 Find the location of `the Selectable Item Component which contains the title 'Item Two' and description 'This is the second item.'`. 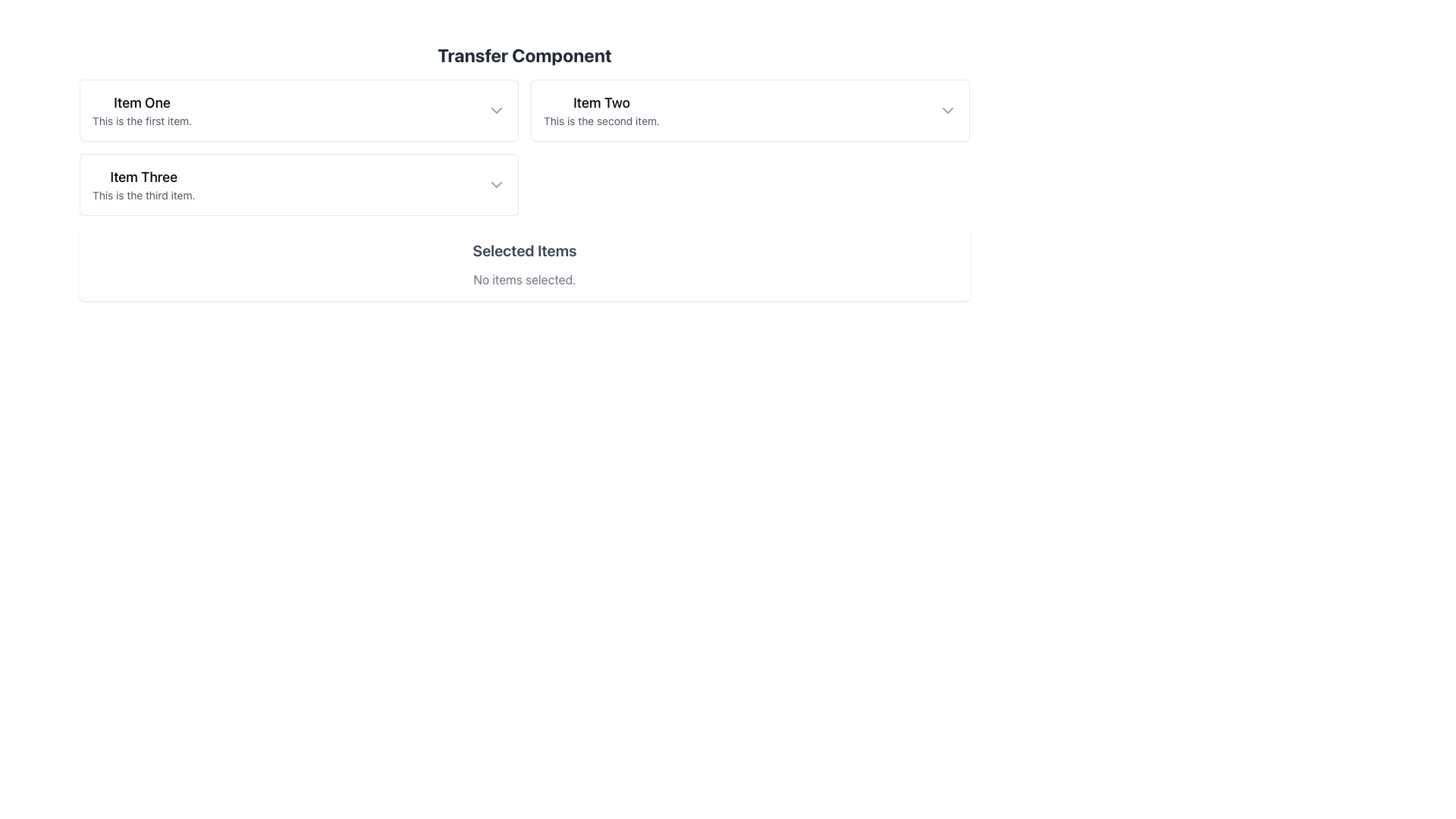

the Selectable Item Component which contains the title 'Item Two' and description 'This is the second item.' is located at coordinates (750, 110).